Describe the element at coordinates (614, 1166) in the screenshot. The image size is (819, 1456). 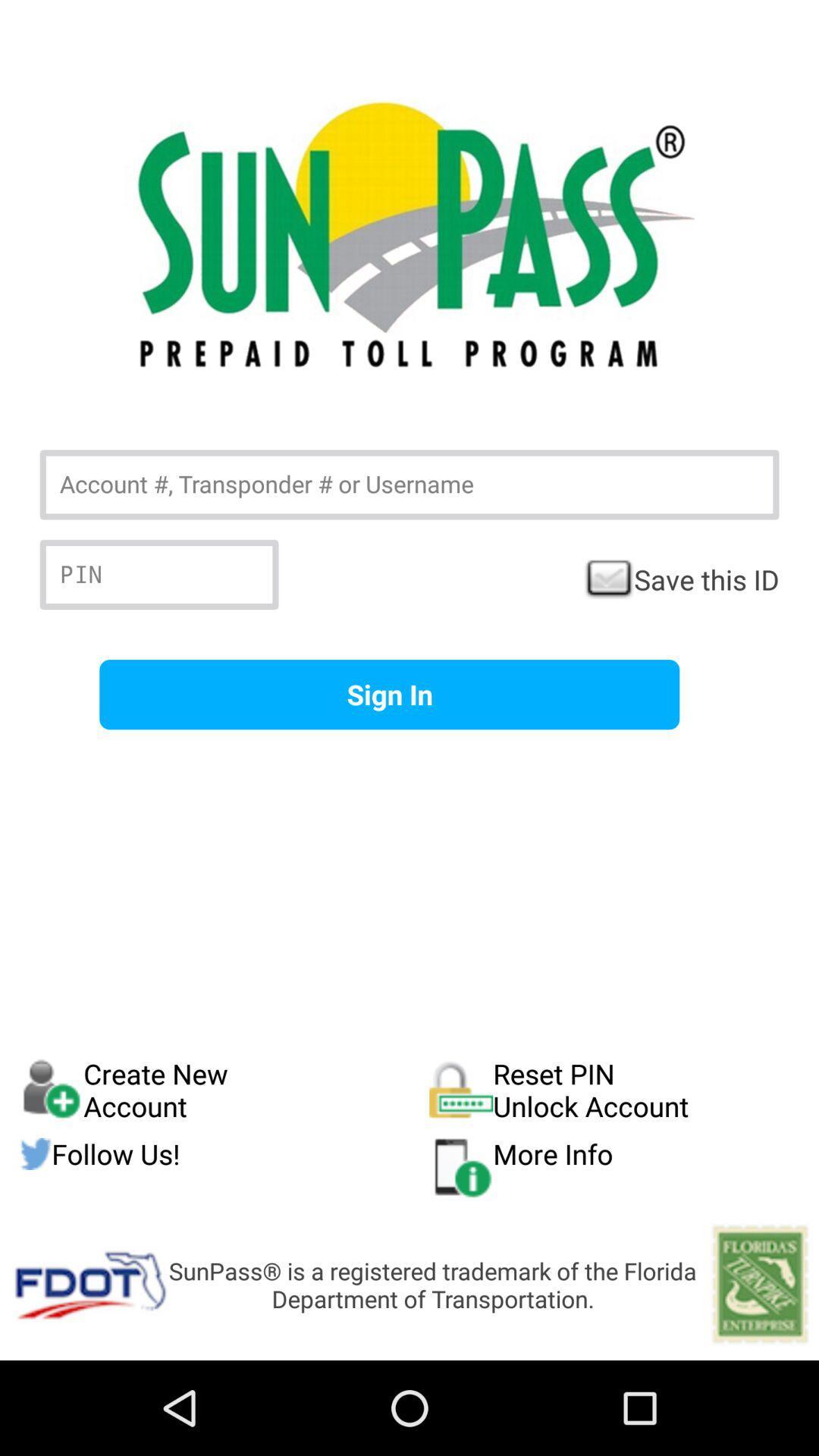
I see `icon above sunpass is a` at that location.